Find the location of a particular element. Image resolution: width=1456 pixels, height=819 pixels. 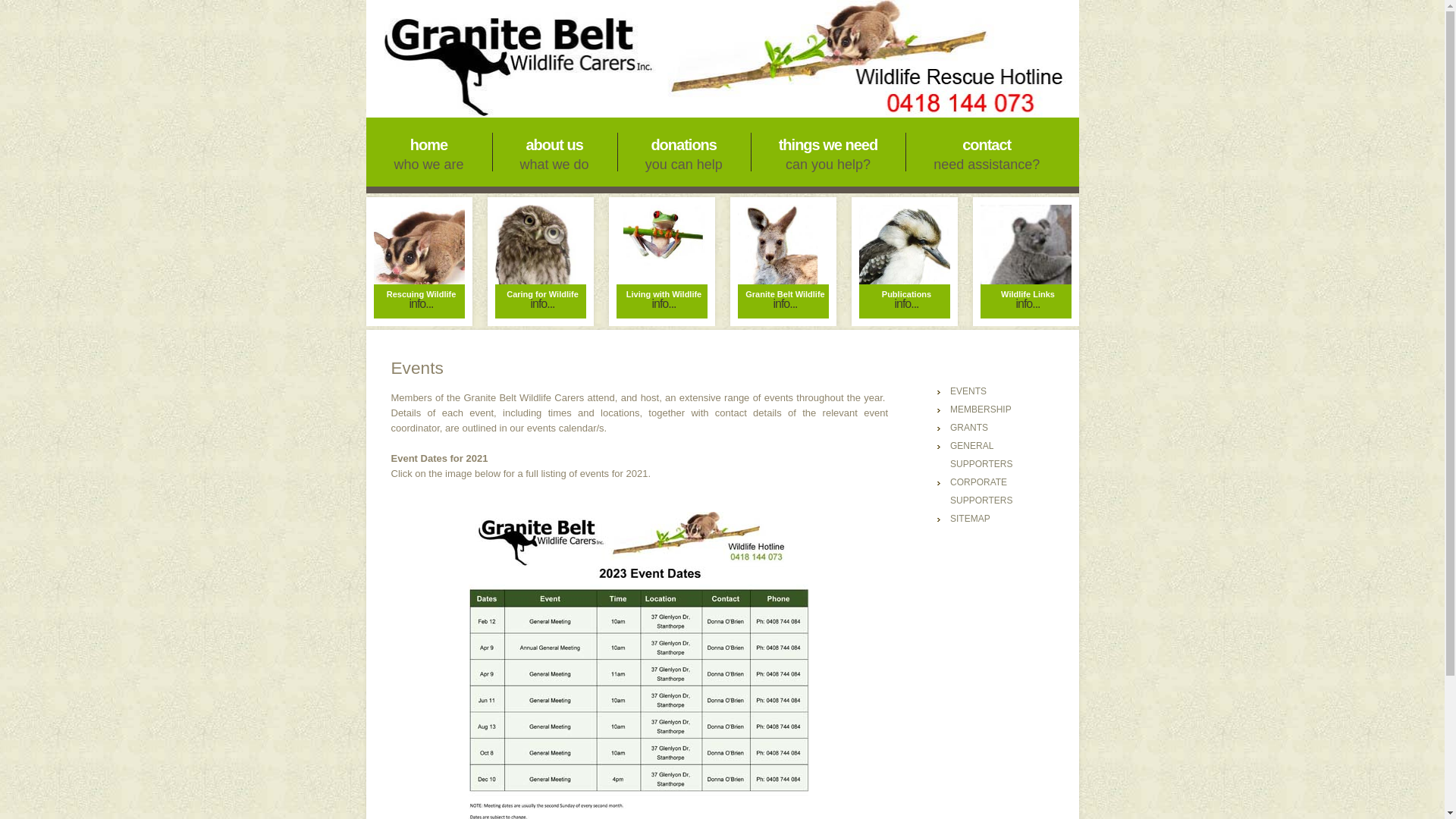

'EVENTS' is located at coordinates (967, 391).